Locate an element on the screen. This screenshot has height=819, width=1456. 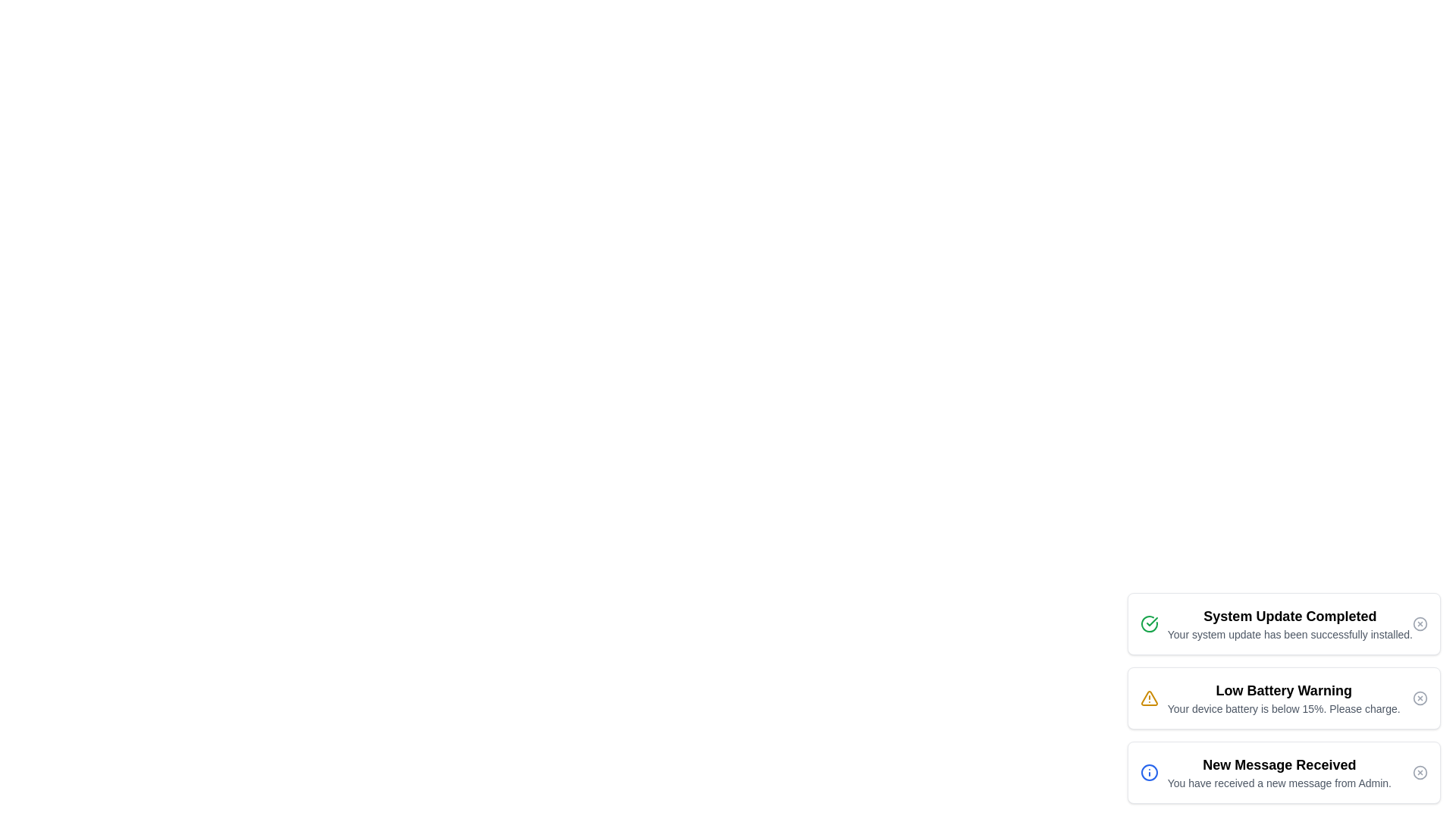
the text content block inside the notification component that informs the user about low battery status, located between 'System Update Completed' and 'New Message Received' notifications is located at coordinates (1283, 698).